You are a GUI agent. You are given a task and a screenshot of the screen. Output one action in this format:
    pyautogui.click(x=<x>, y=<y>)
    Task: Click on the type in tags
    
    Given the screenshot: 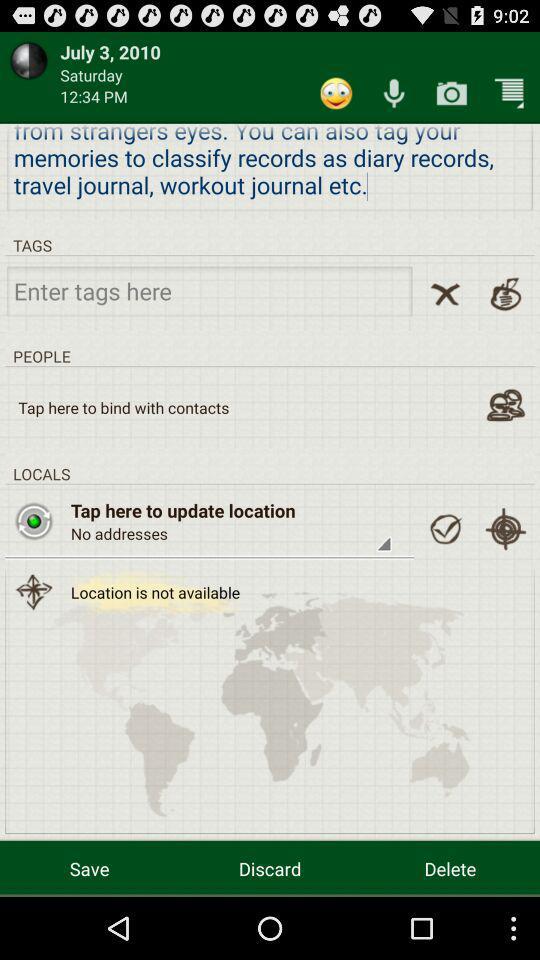 What is the action you would take?
    pyautogui.click(x=208, y=289)
    